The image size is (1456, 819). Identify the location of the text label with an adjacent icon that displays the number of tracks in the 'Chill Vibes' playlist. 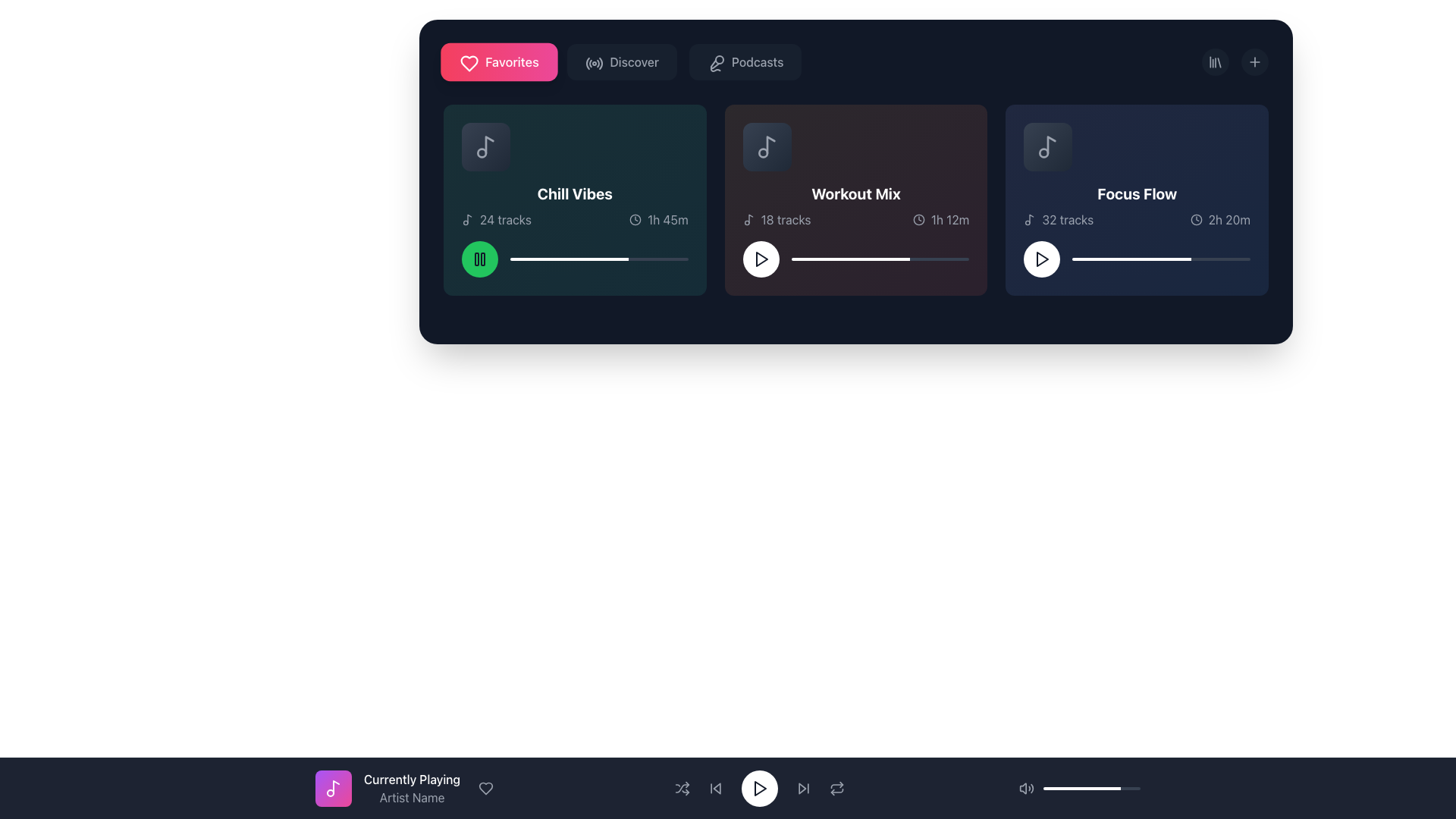
(496, 219).